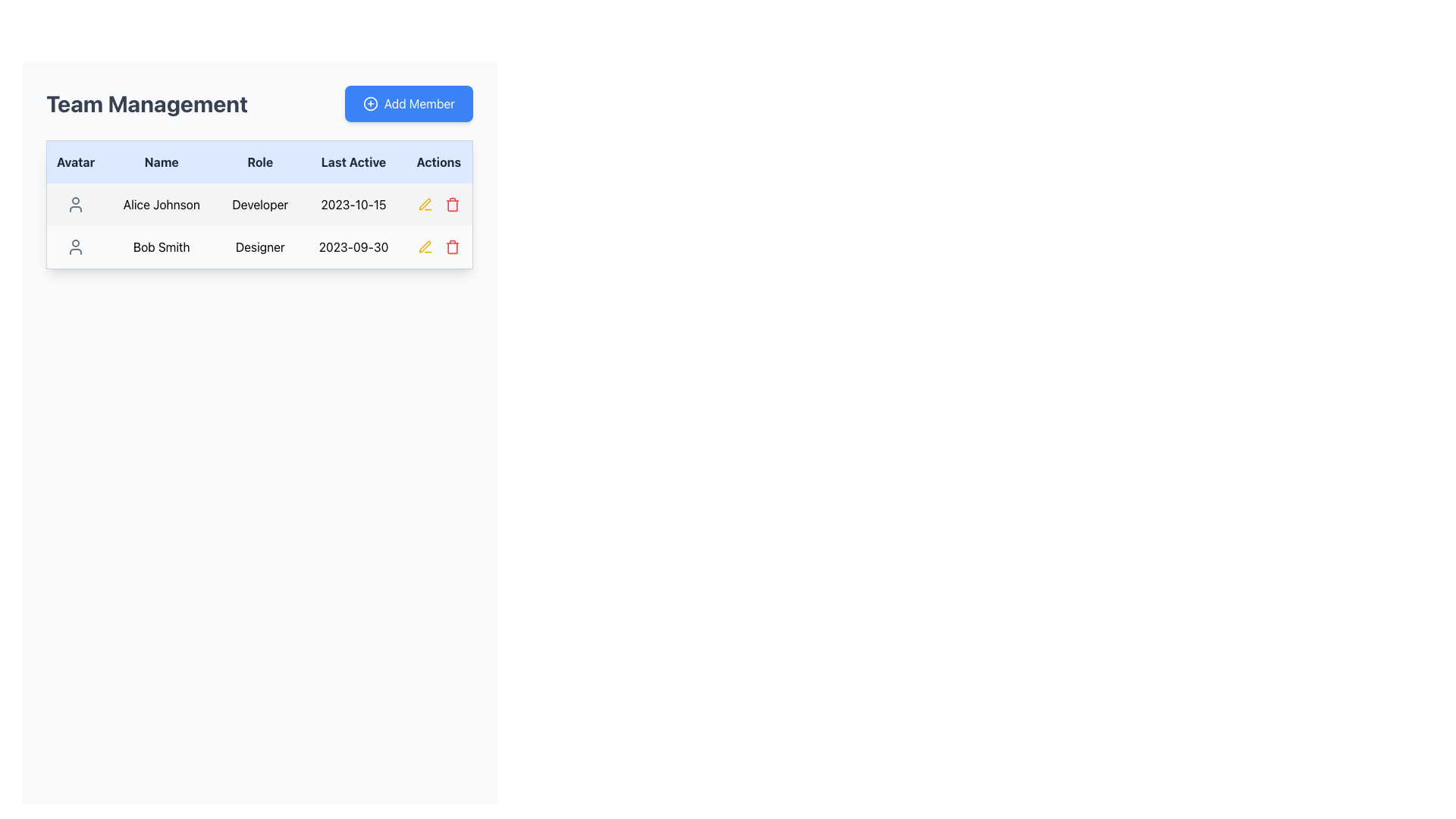  Describe the element at coordinates (162, 162) in the screenshot. I see `text from the header element labeled 'Name' which is bold and displayed against a light blue background in the second column of the table` at that location.